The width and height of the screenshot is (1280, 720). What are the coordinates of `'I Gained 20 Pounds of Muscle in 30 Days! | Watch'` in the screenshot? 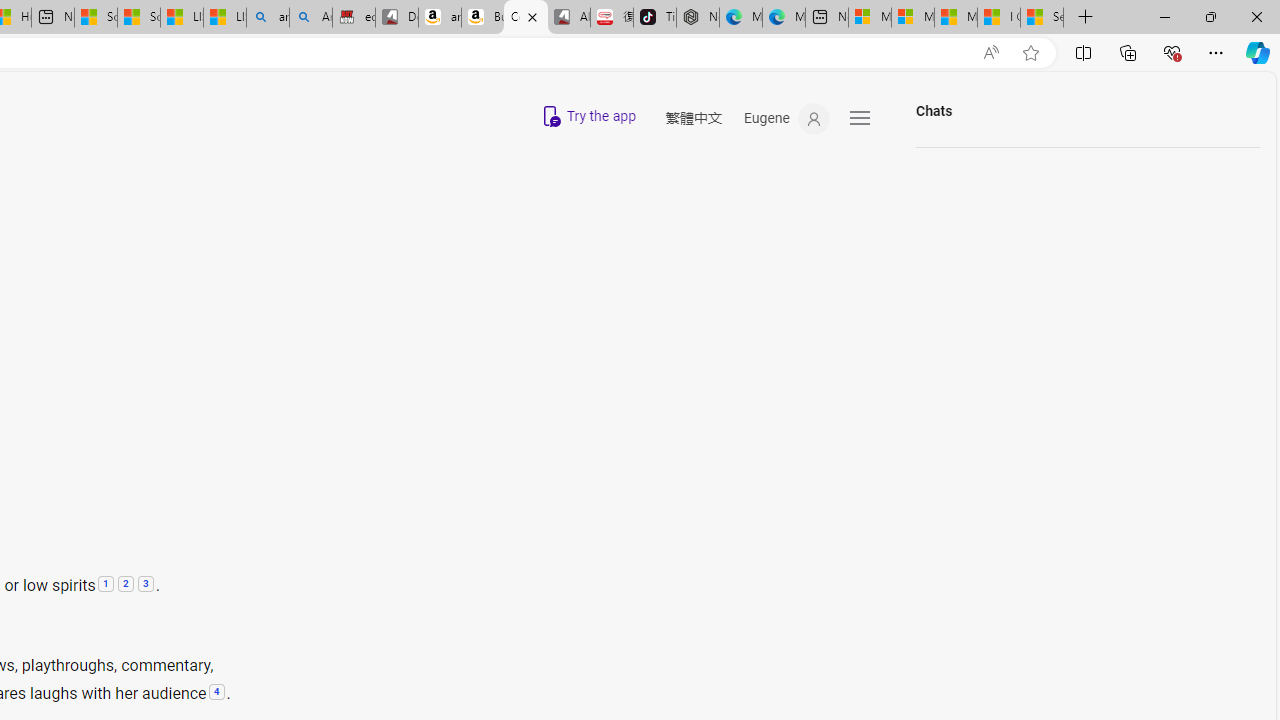 It's located at (999, 17).